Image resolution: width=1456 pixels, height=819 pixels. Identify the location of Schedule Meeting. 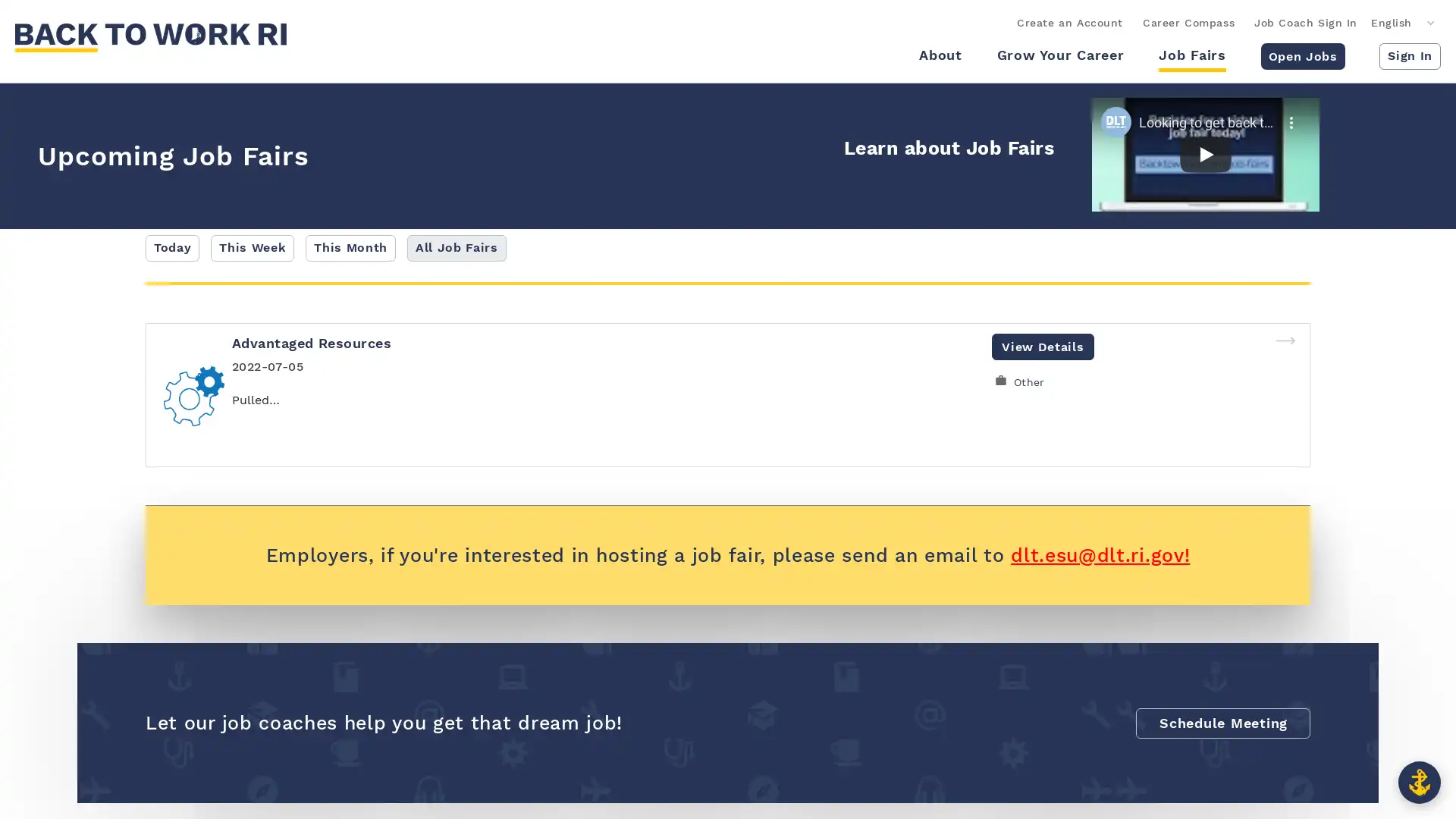
(1222, 721).